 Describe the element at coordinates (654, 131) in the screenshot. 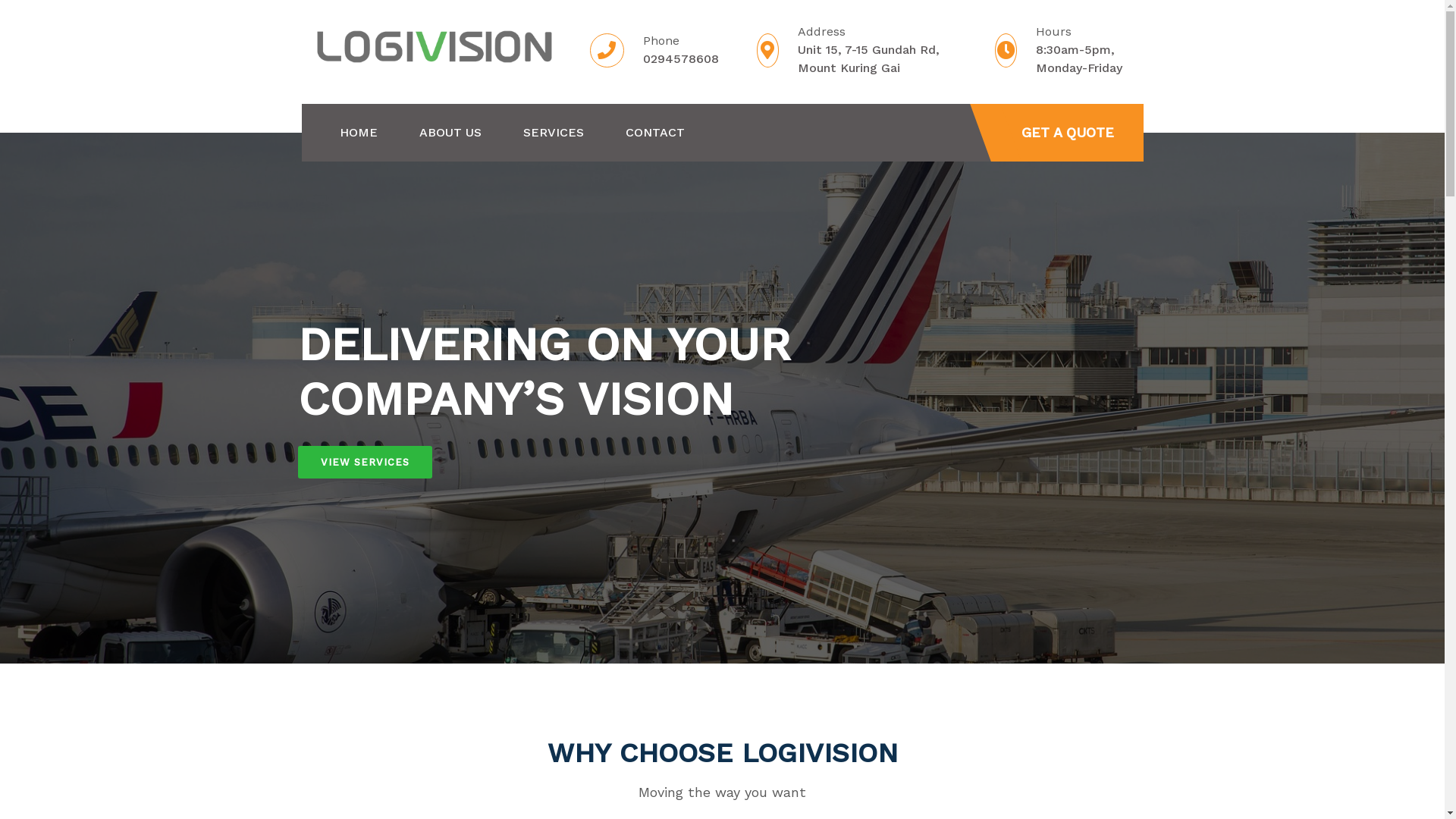

I see `'CONTACT'` at that location.